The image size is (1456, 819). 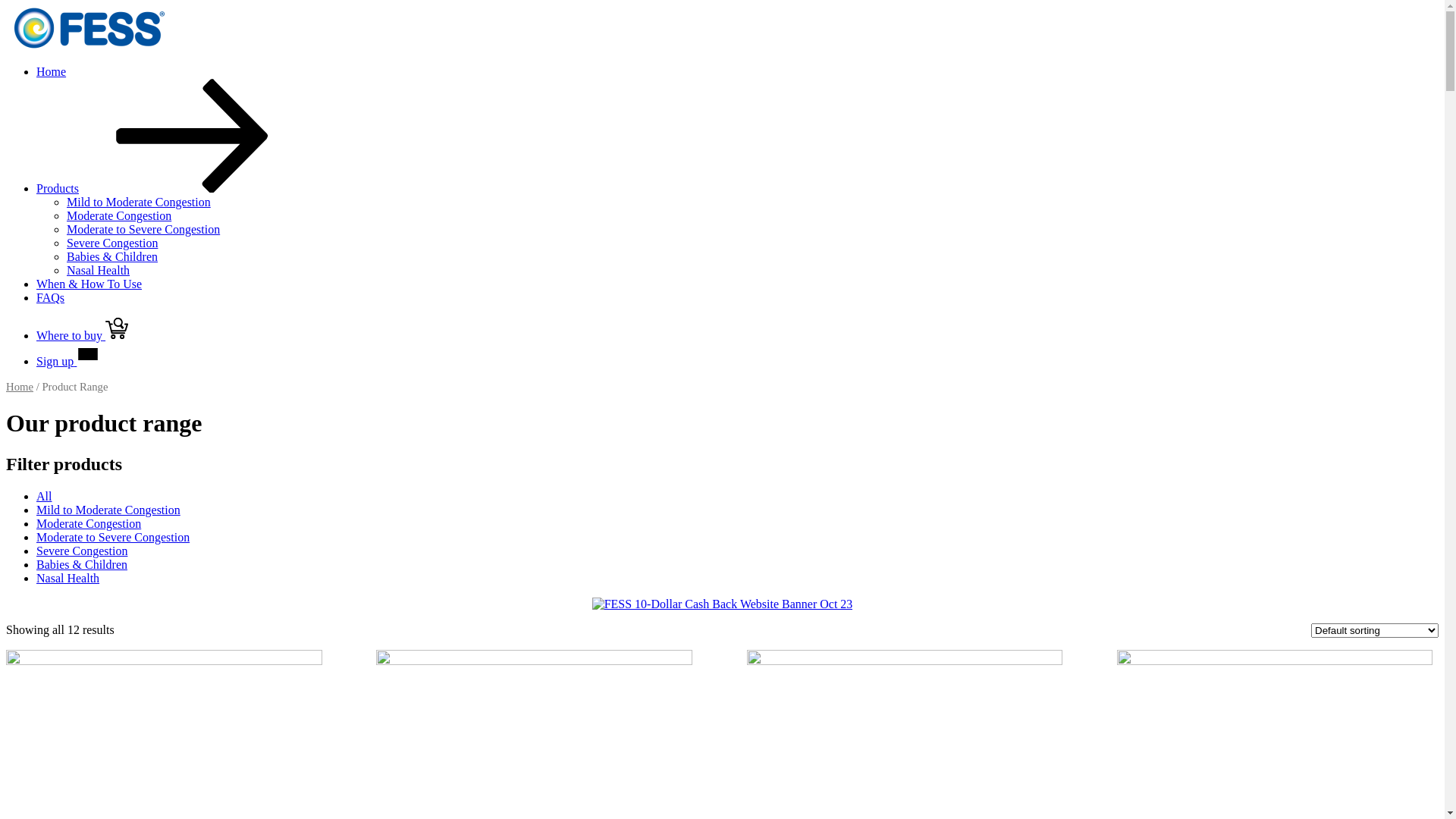 I want to click on 'Moderate to Severe Congestion', so click(x=143, y=229).